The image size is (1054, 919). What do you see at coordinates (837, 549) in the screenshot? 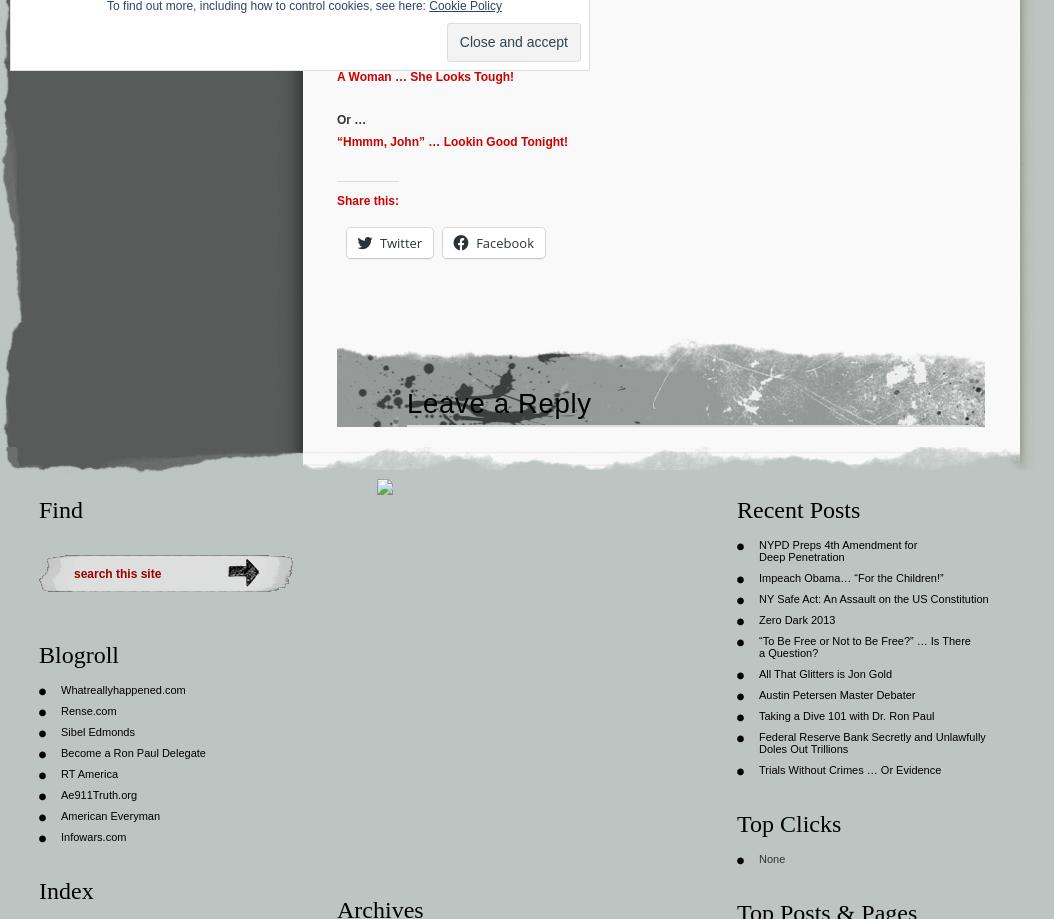
I see `'NYPD Preps 4th Amendment for Deep Penetration'` at bounding box center [837, 549].